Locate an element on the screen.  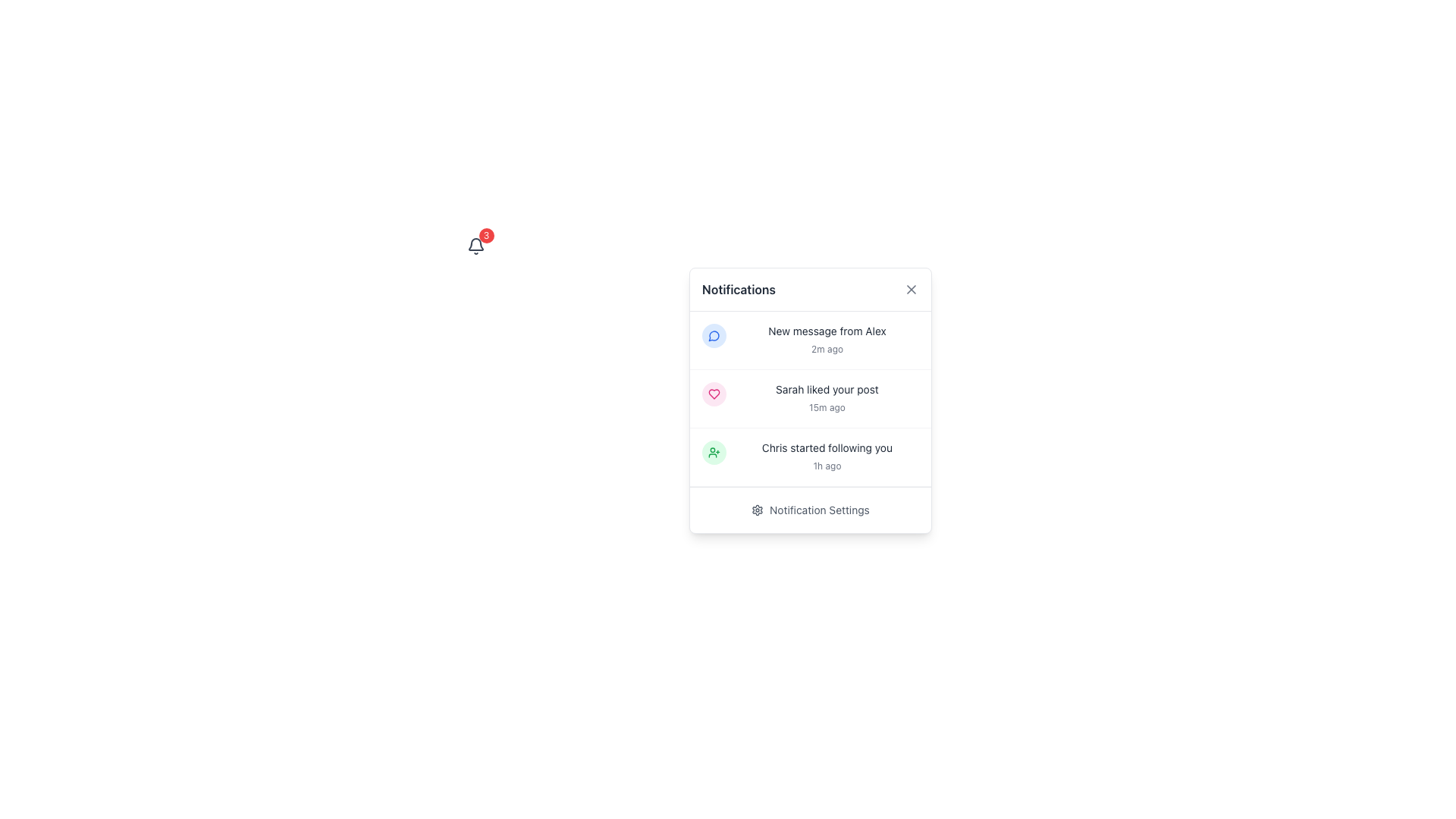
the notification card that indicates 'Sarah liked your post' within the dropdown panel is located at coordinates (810, 400).